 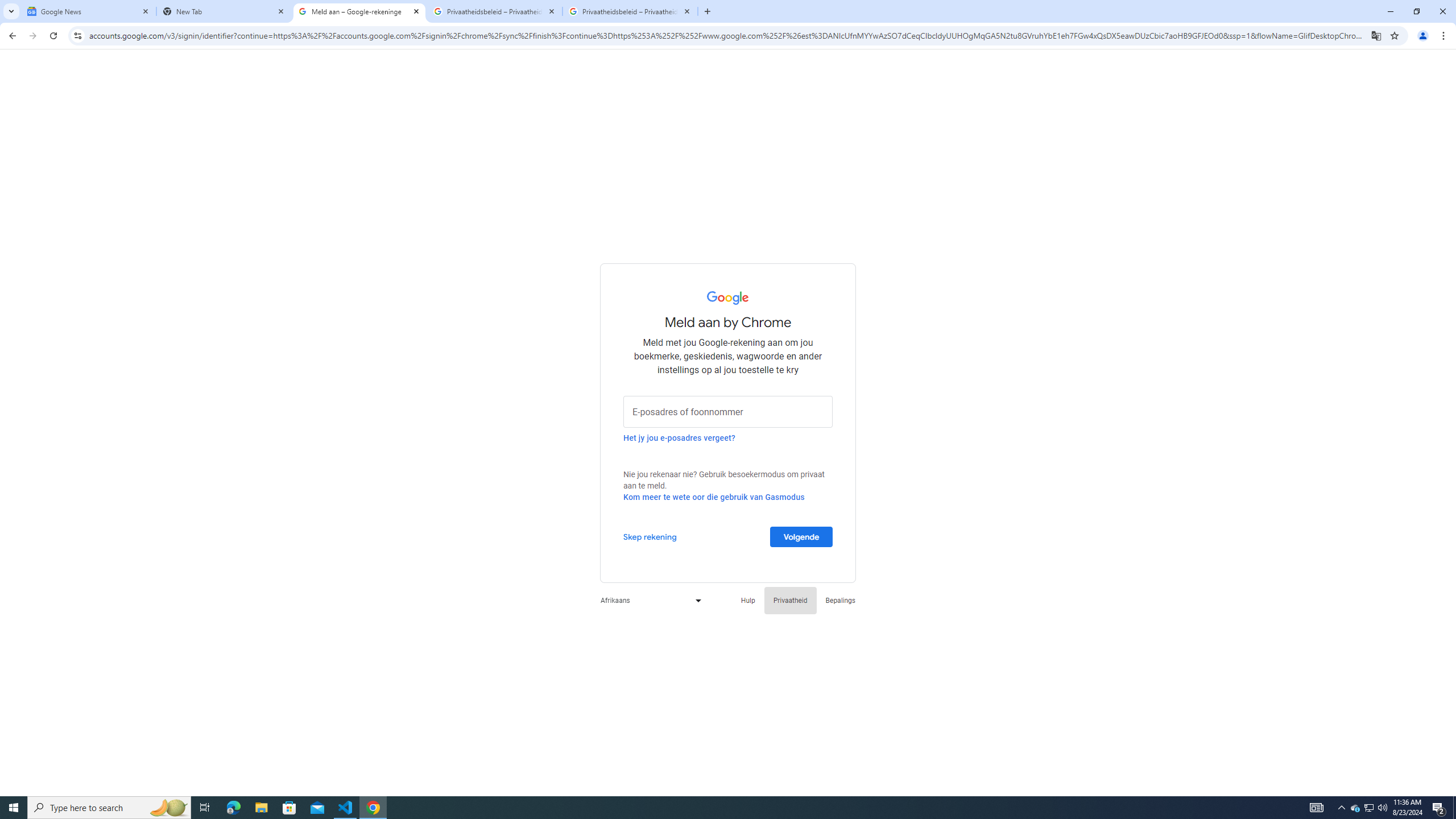 What do you see at coordinates (801, 536) in the screenshot?
I see `'Volgende'` at bounding box center [801, 536].